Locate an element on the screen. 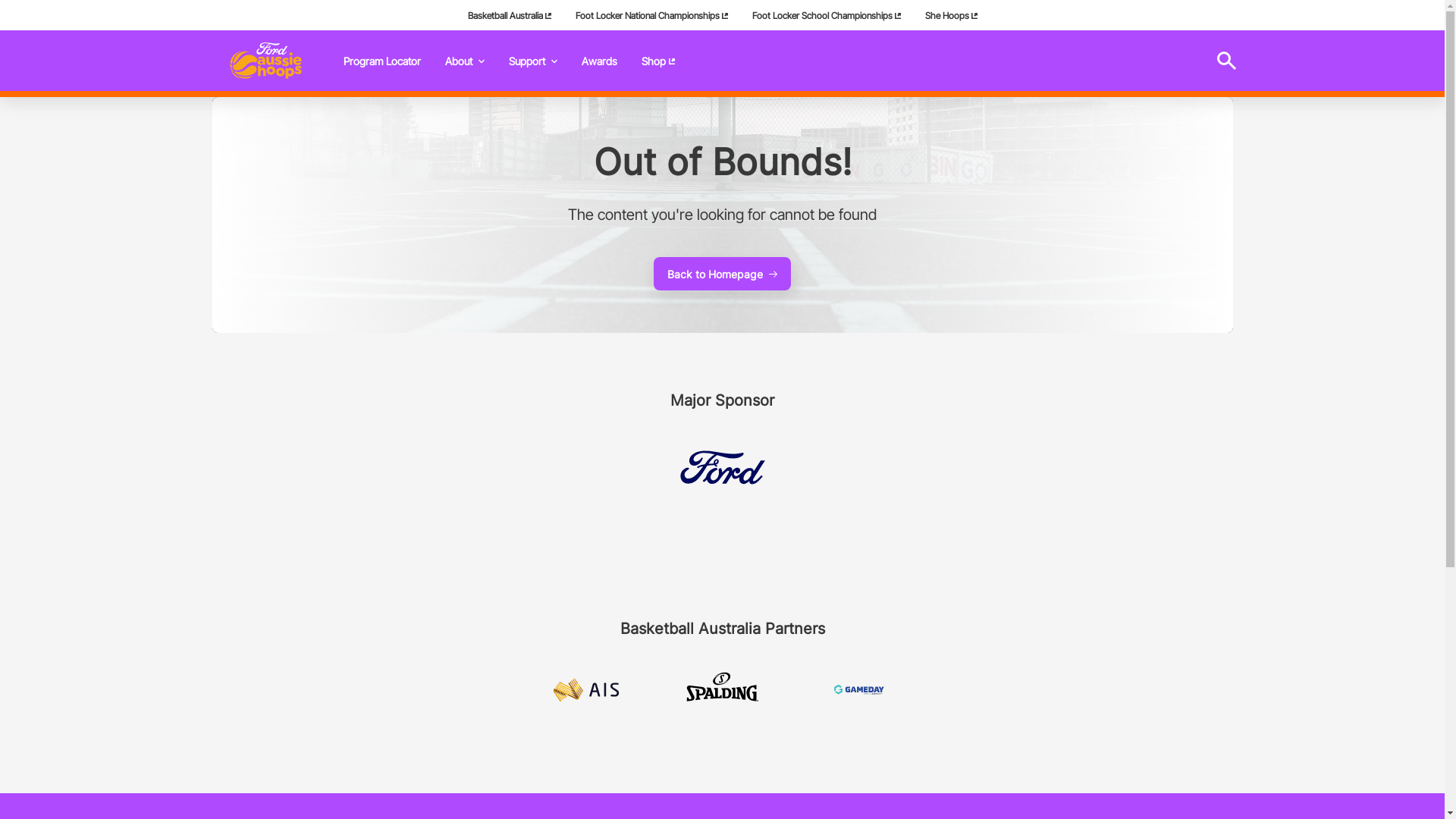 The width and height of the screenshot is (1456, 819). 'Program Locator' is located at coordinates (381, 60).